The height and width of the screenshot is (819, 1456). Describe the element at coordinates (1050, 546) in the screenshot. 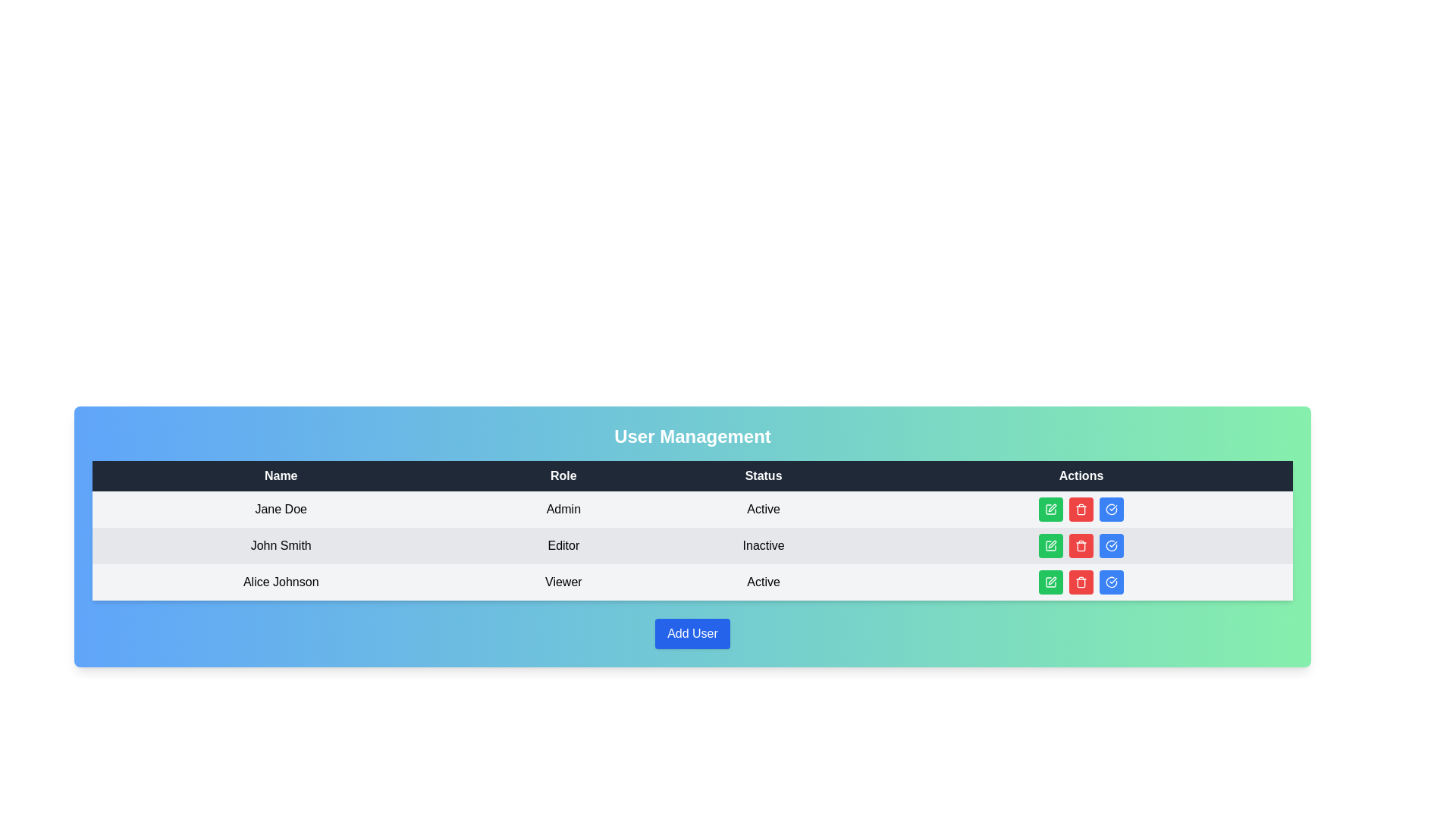

I see `the first button in the 'Actions' column of the second row, which has a green background and a white pen icon` at that location.